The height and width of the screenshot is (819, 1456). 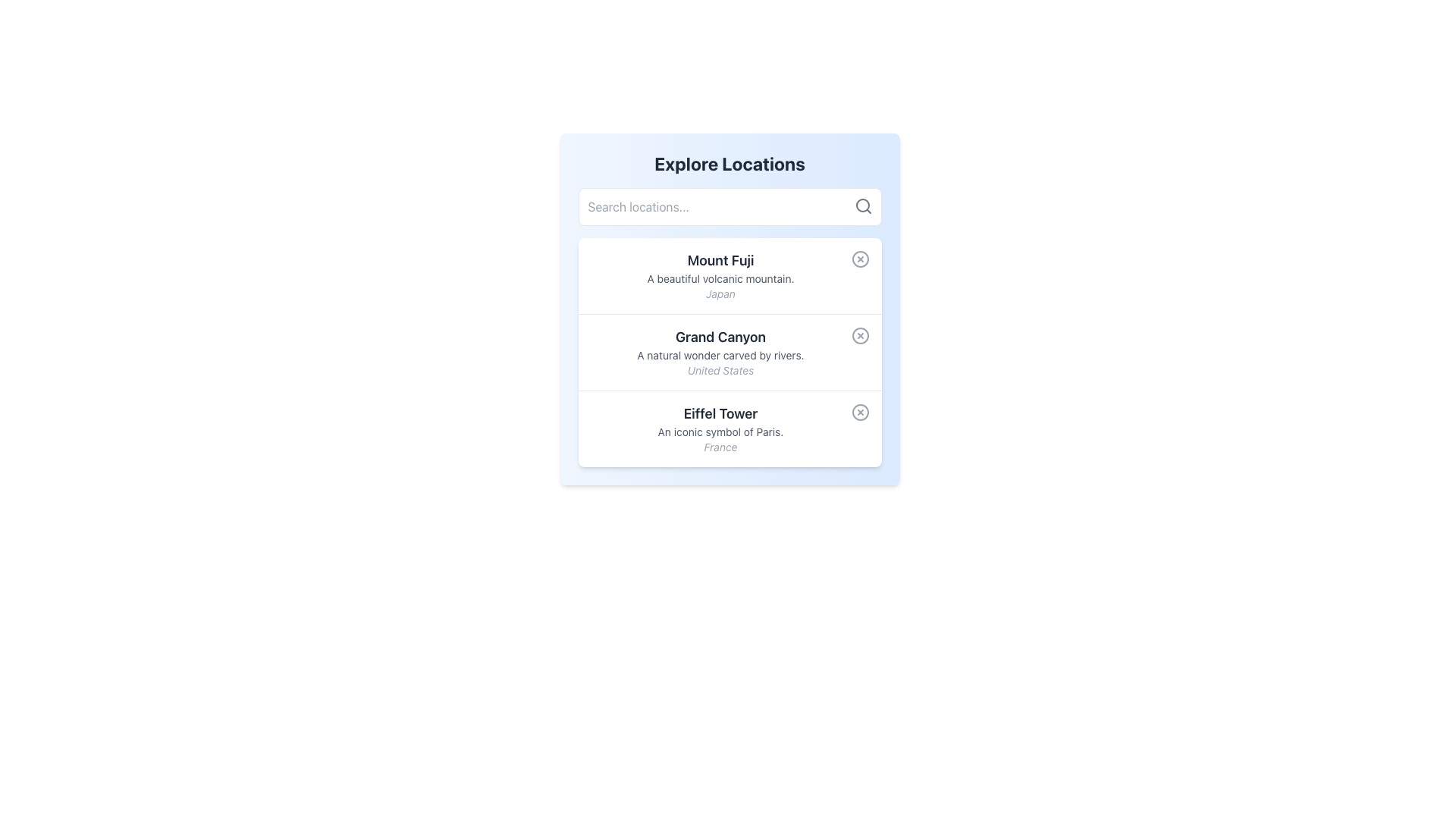 What do you see at coordinates (860, 259) in the screenshot?
I see `the circular icon with a cross inside, located to the right of the text 'Mount Fuji', to initiate the removal of the associated list item` at bounding box center [860, 259].